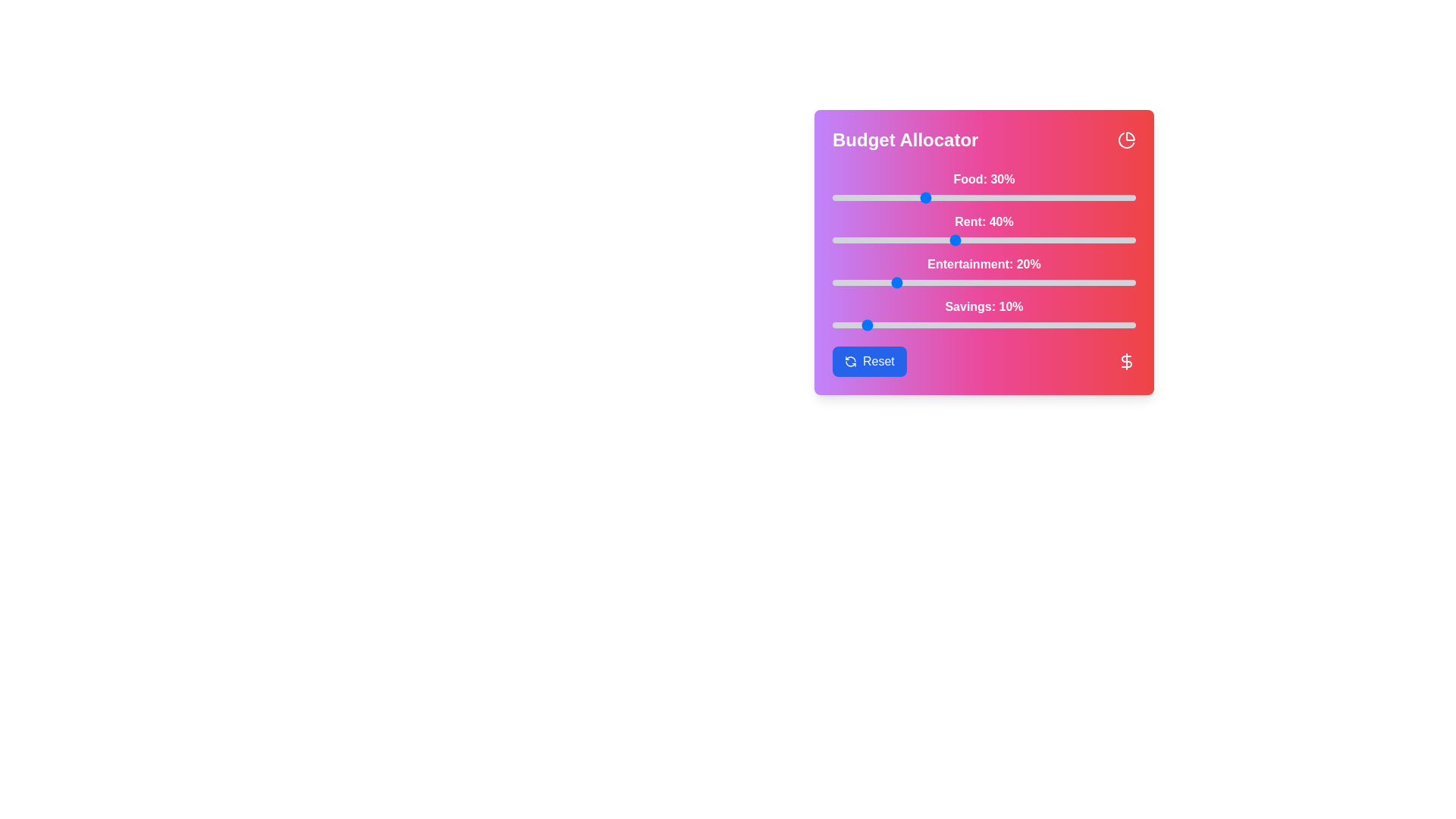 Image resolution: width=1456 pixels, height=819 pixels. What do you see at coordinates (956, 239) in the screenshot?
I see `the rent allocation` at bounding box center [956, 239].